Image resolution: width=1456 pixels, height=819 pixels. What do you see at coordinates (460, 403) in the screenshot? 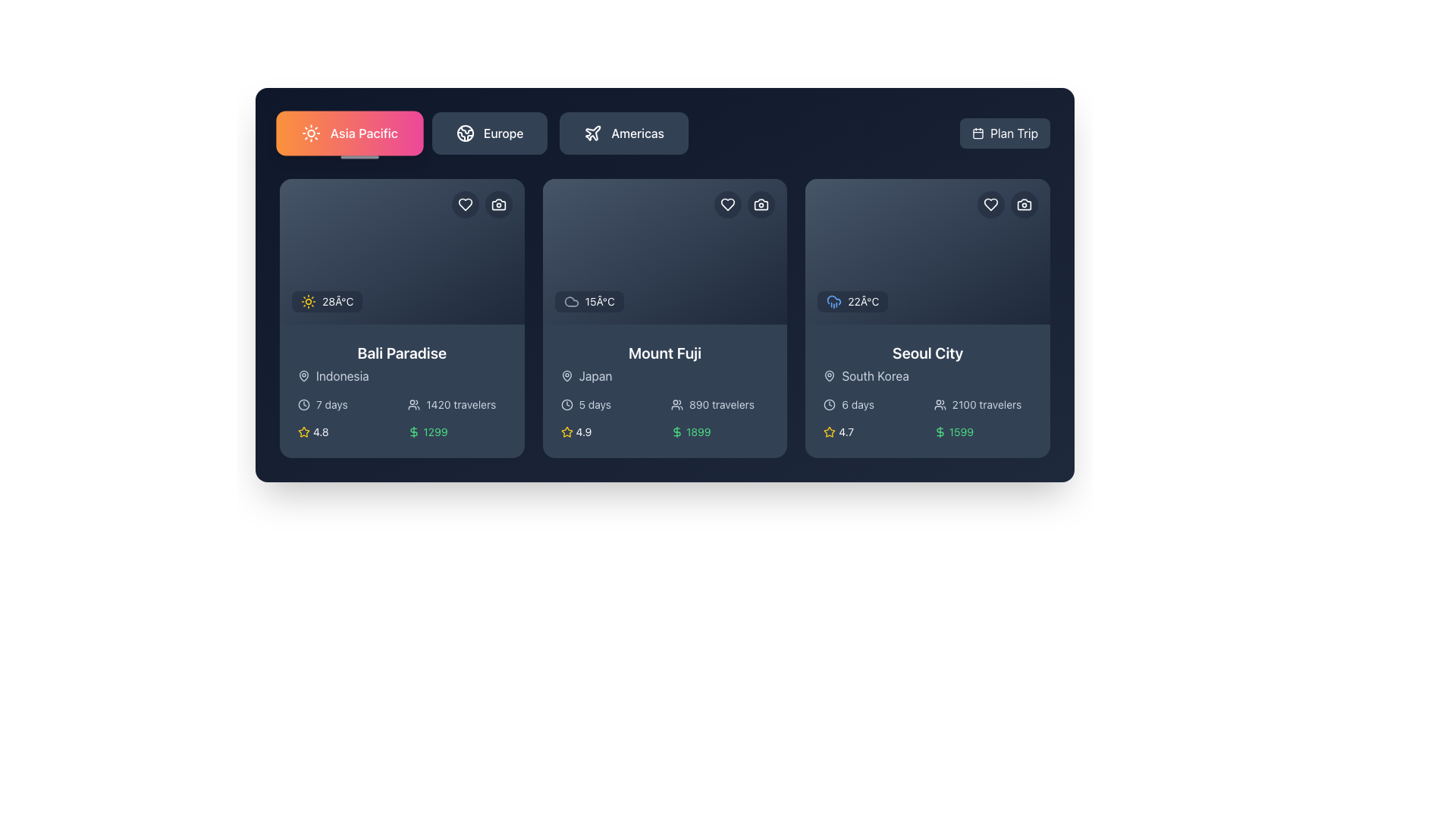
I see `the text label displaying '1420 travelers' located at the bottom-right part of the 'Bali Paradise' card for accessibility purposes` at bounding box center [460, 403].